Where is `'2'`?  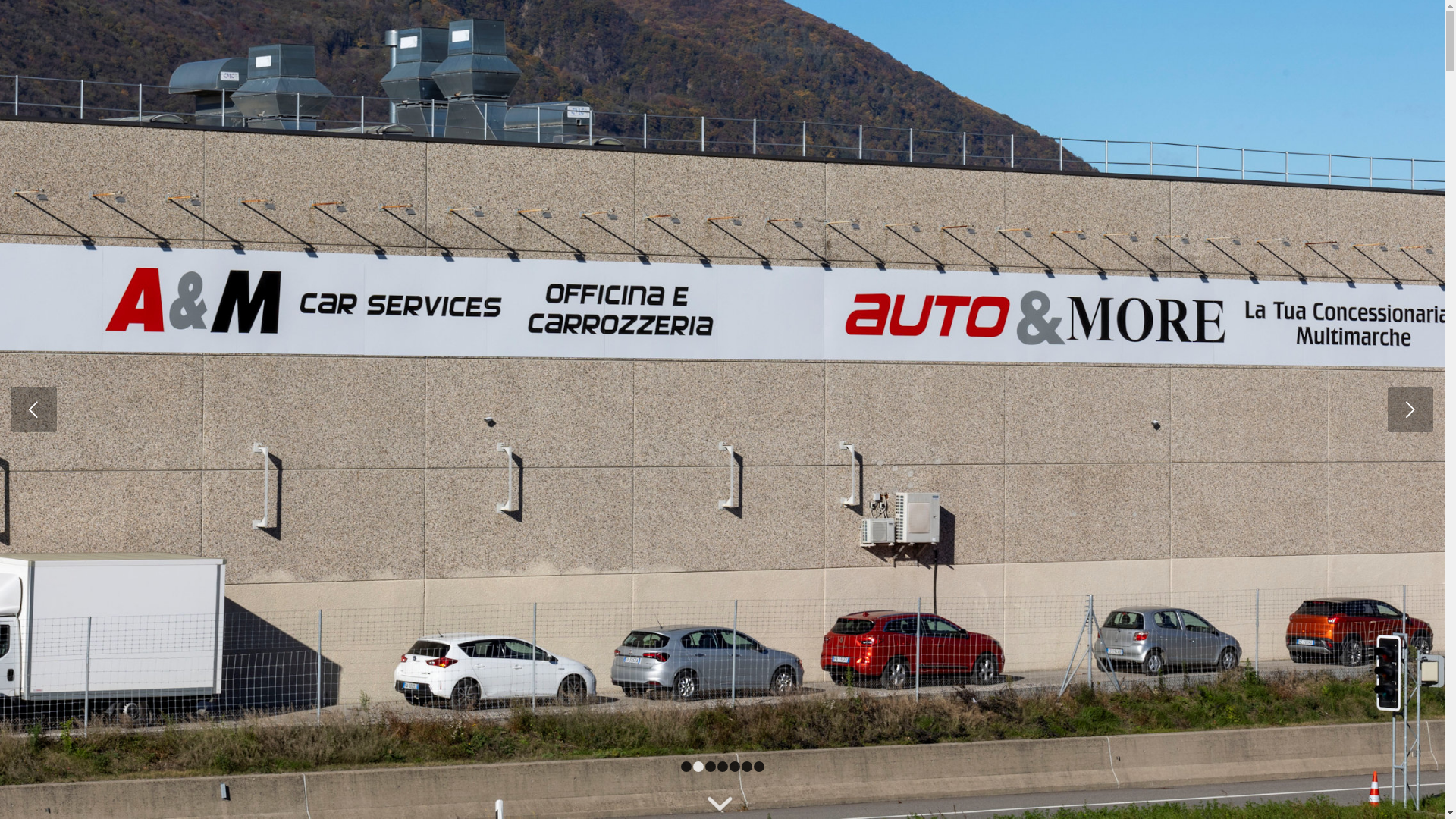
'2' is located at coordinates (698, 766).